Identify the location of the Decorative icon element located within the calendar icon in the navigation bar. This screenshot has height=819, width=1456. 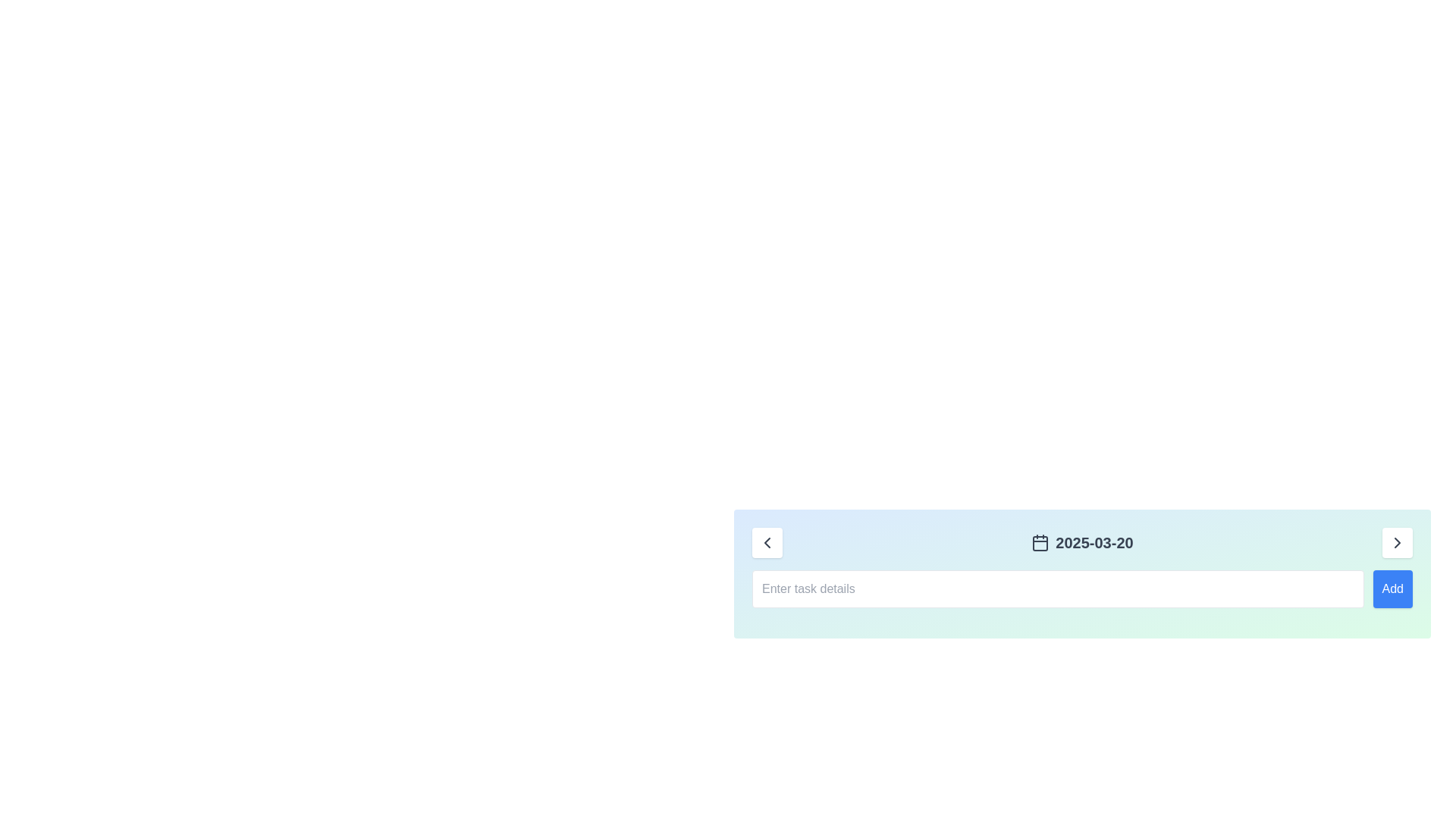
(1040, 543).